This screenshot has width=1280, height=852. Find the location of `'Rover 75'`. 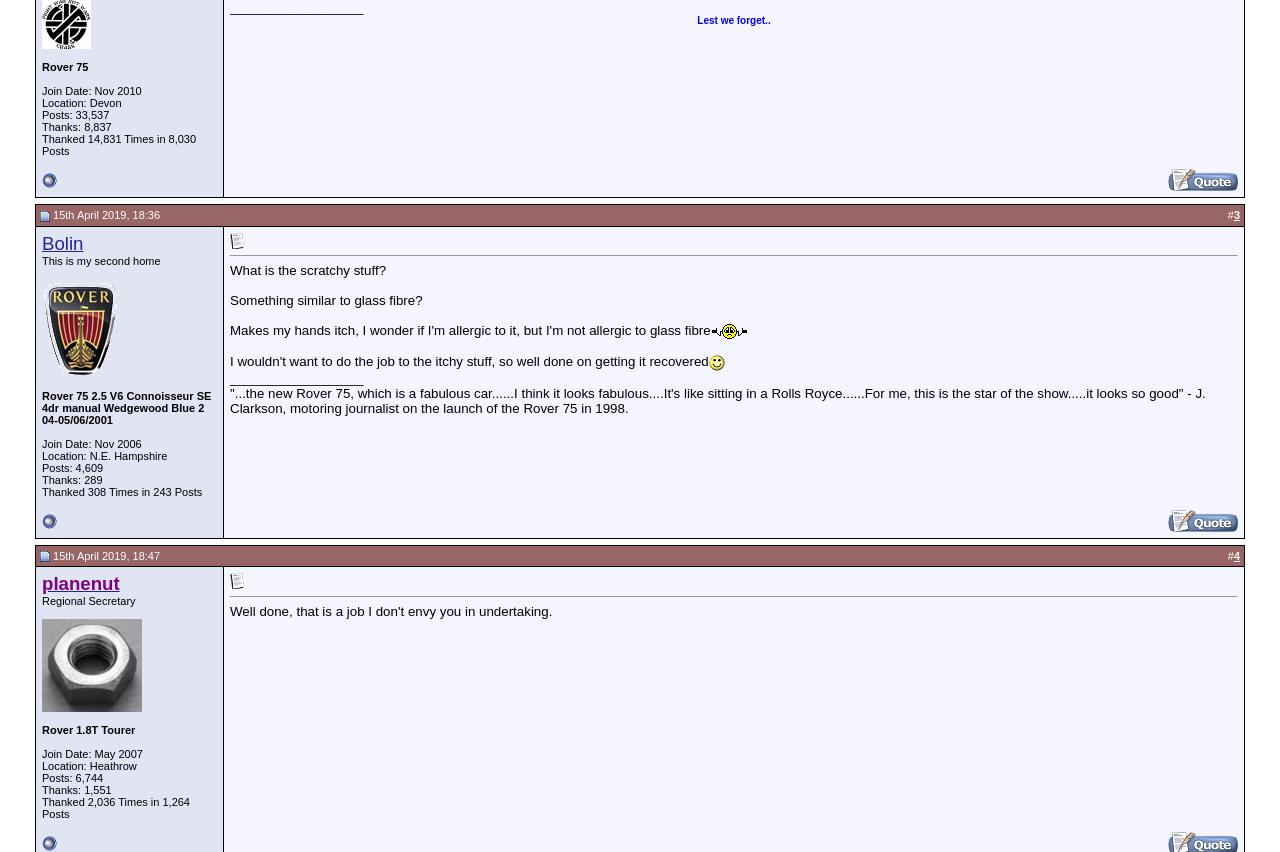

'Rover 75' is located at coordinates (65, 66).